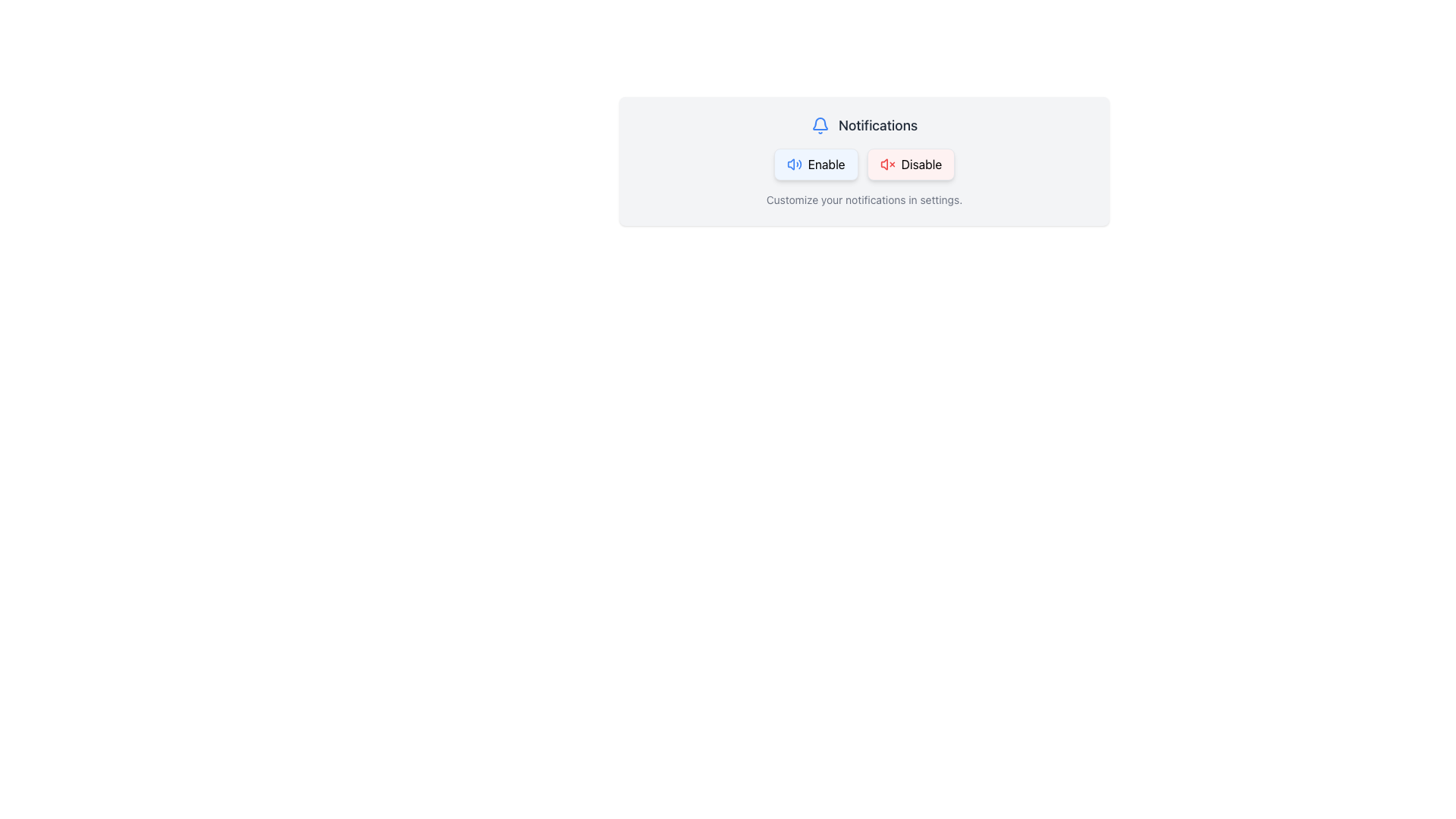  I want to click on the label text reading 'Enable' which is styled with a standard sans-serif typeface and located within a light blue background button in the Notifications section, so click(826, 164).